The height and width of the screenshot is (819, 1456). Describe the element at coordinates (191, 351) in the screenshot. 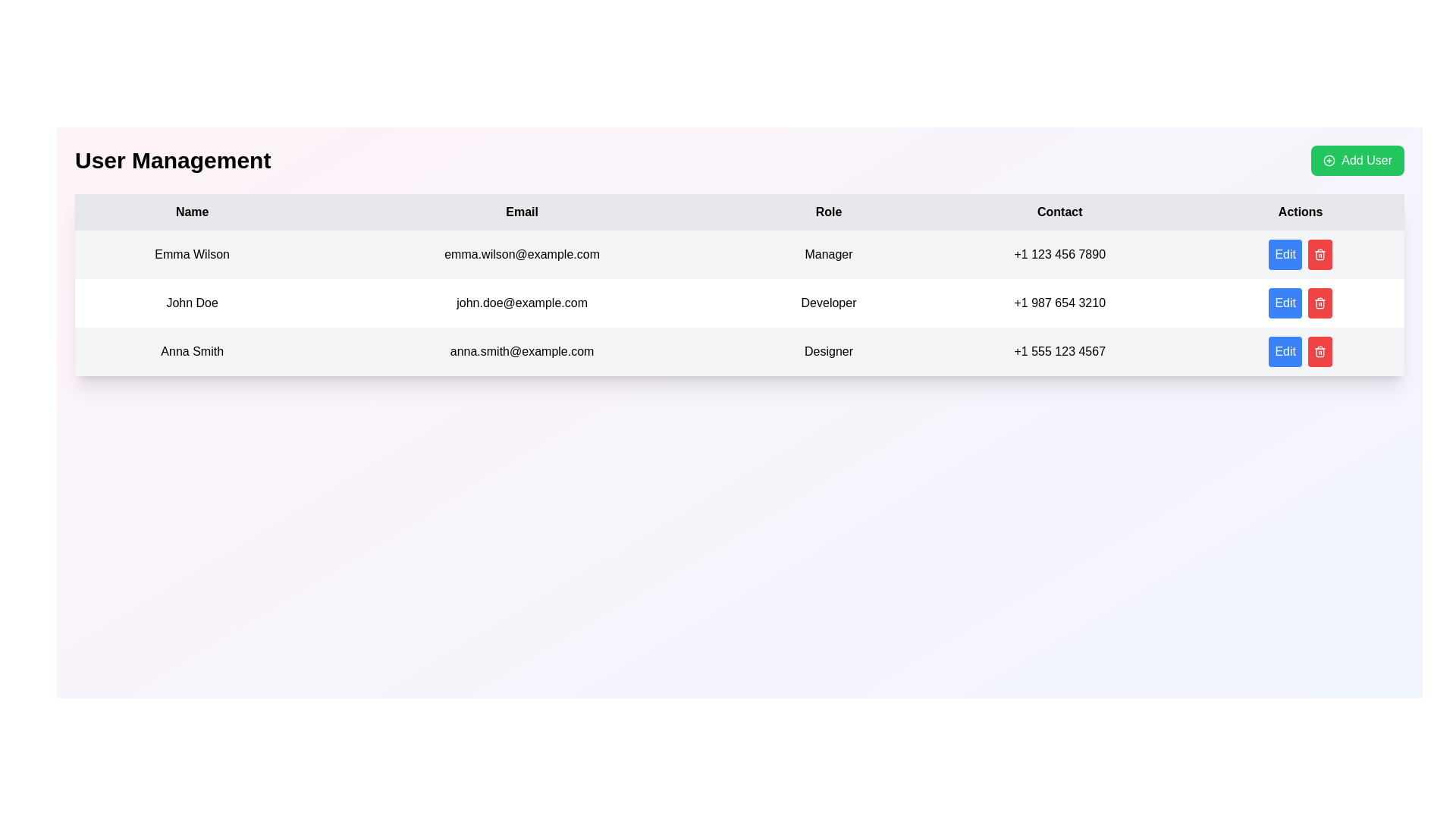

I see `the text display element showing the user name 'Anna Smith', located under the 'Name' column as the third entry in the user records table` at that location.